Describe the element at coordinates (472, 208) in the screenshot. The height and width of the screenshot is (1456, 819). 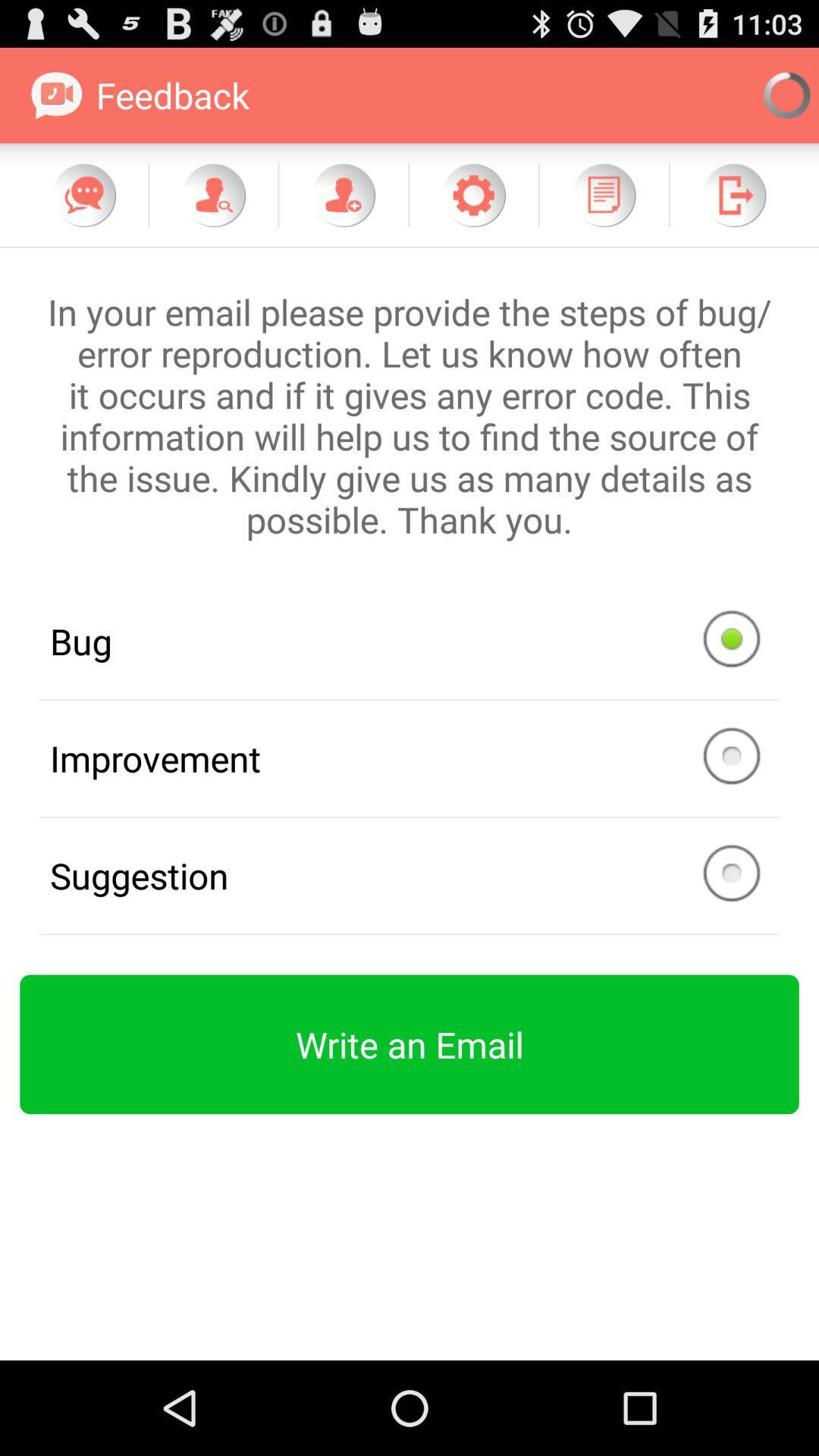
I see `the settings icon` at that location.